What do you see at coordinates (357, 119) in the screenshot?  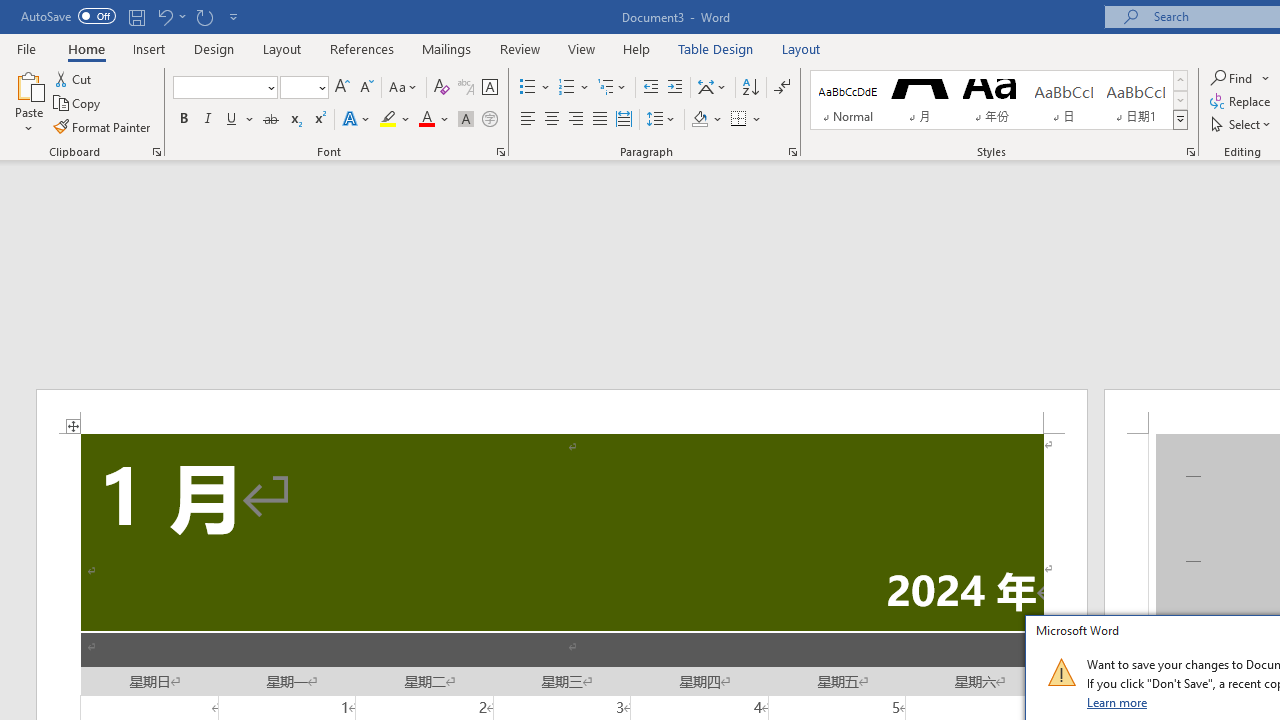 I see `'Text Effects and Typography'` at bounding box center [357, 119].